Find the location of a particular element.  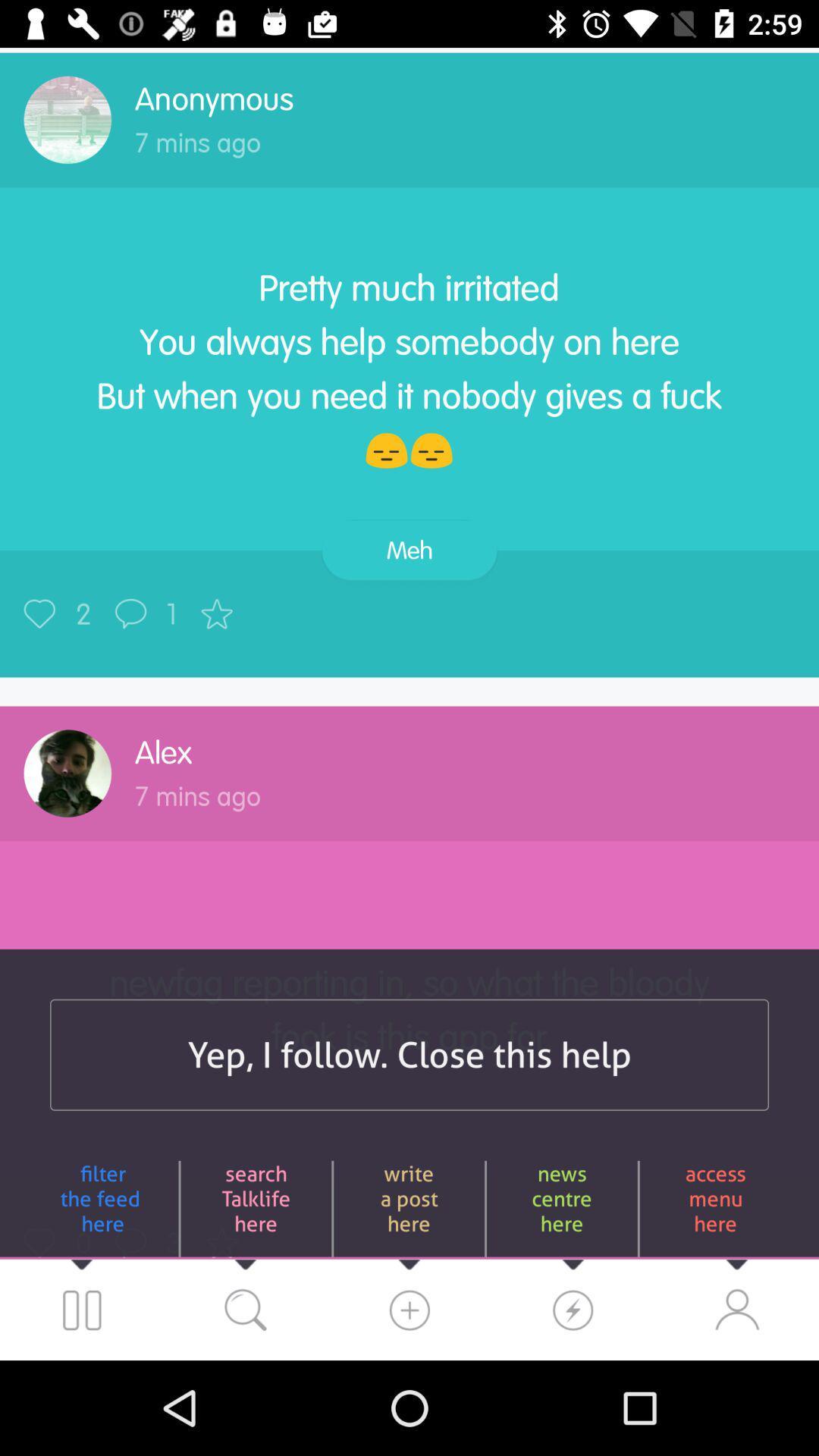

the microphone icon is located at coordinates (409, 1309).